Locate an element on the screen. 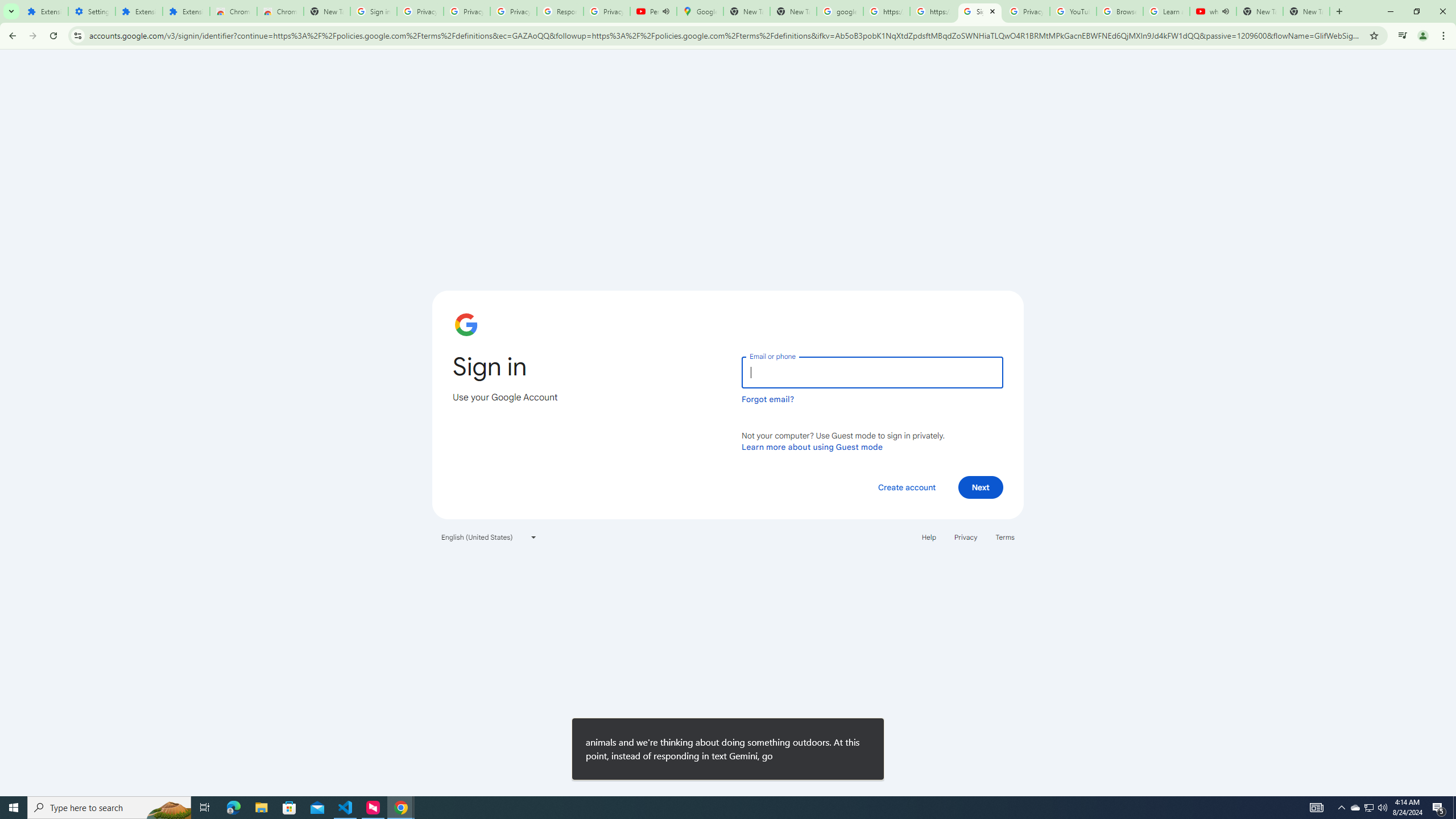  'Terms' is located at coordinates (1004, 536).